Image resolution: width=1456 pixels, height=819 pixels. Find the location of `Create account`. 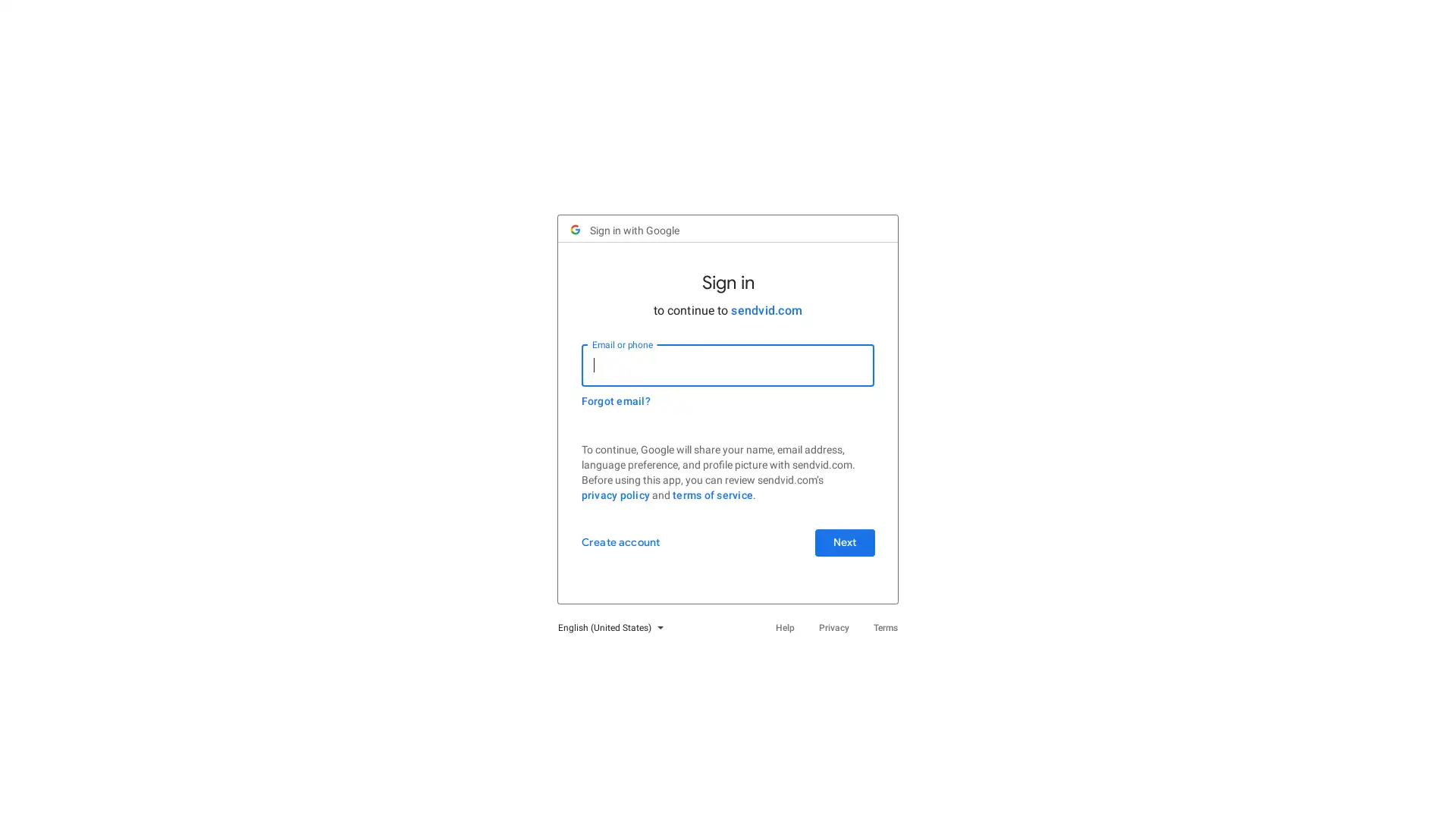

Create account is located at coordinates (627, 548).